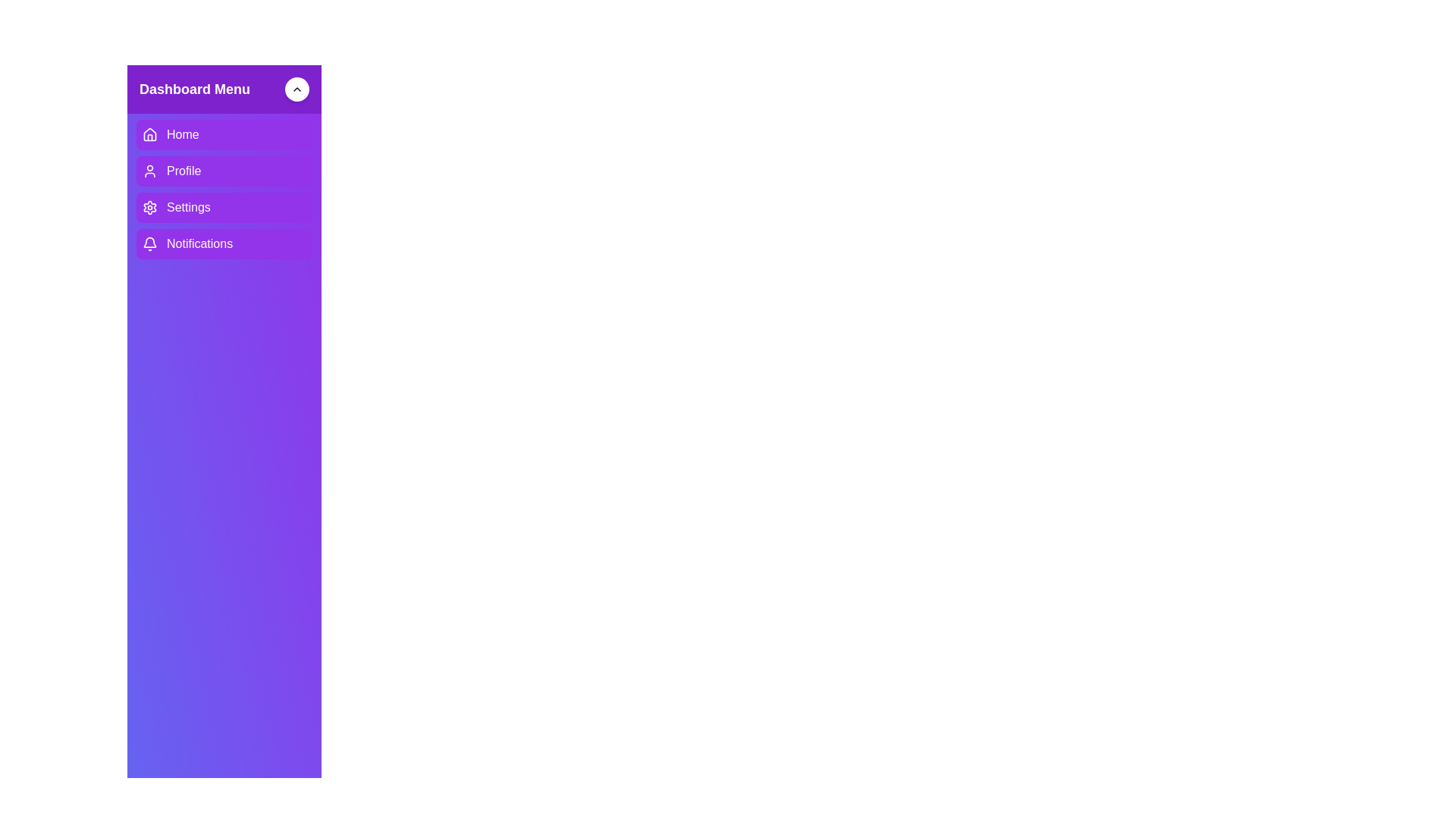 The height and width of the screenshot is (819, 1456). I want to click on the gear icon representing settings in the Dashboard Menu, located to the left of the 'Settings' text label, so click(149, 207).